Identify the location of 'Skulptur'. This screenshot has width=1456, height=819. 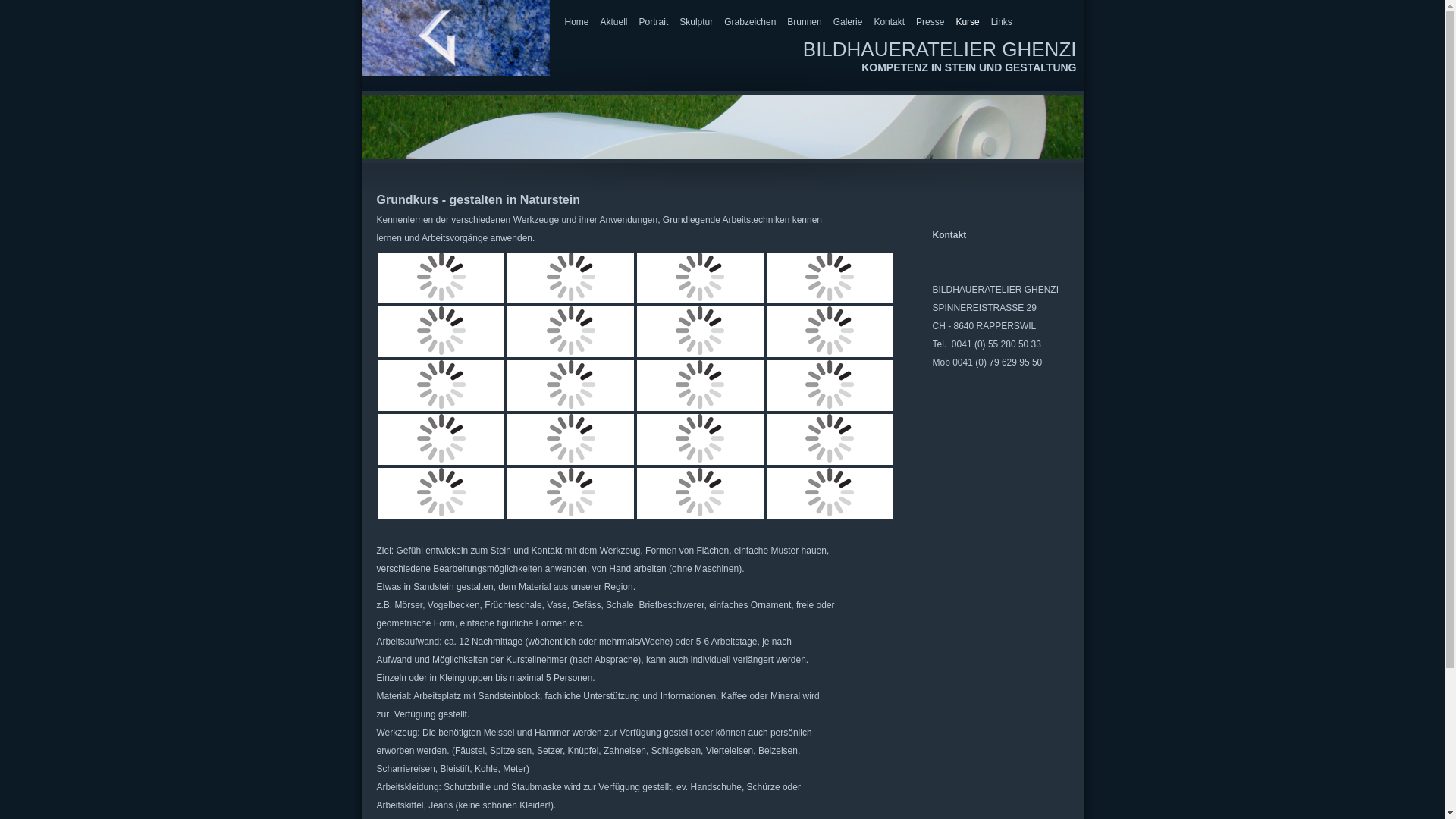
(695, 22).